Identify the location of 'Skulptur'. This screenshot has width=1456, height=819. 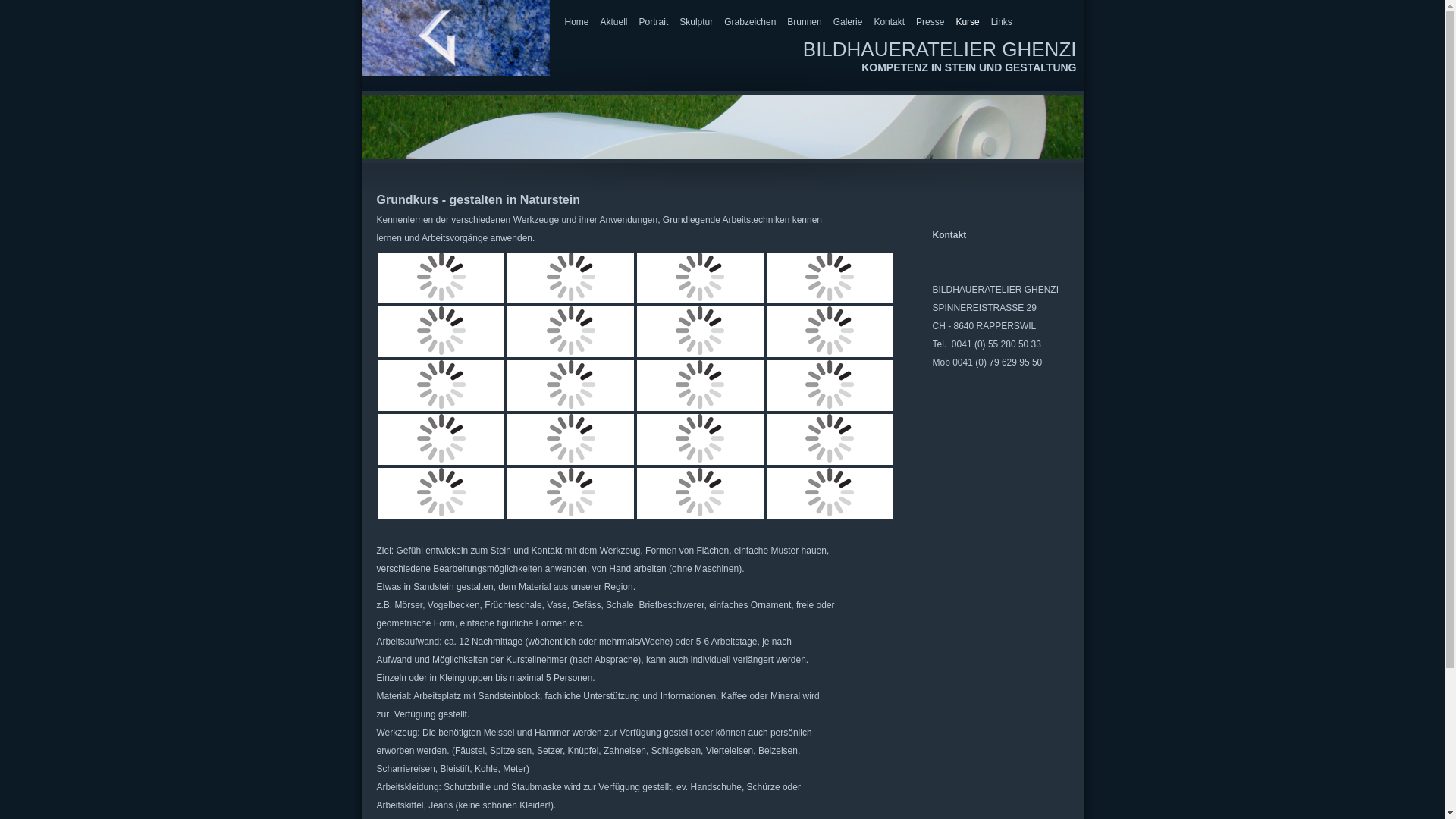
(695, 22).